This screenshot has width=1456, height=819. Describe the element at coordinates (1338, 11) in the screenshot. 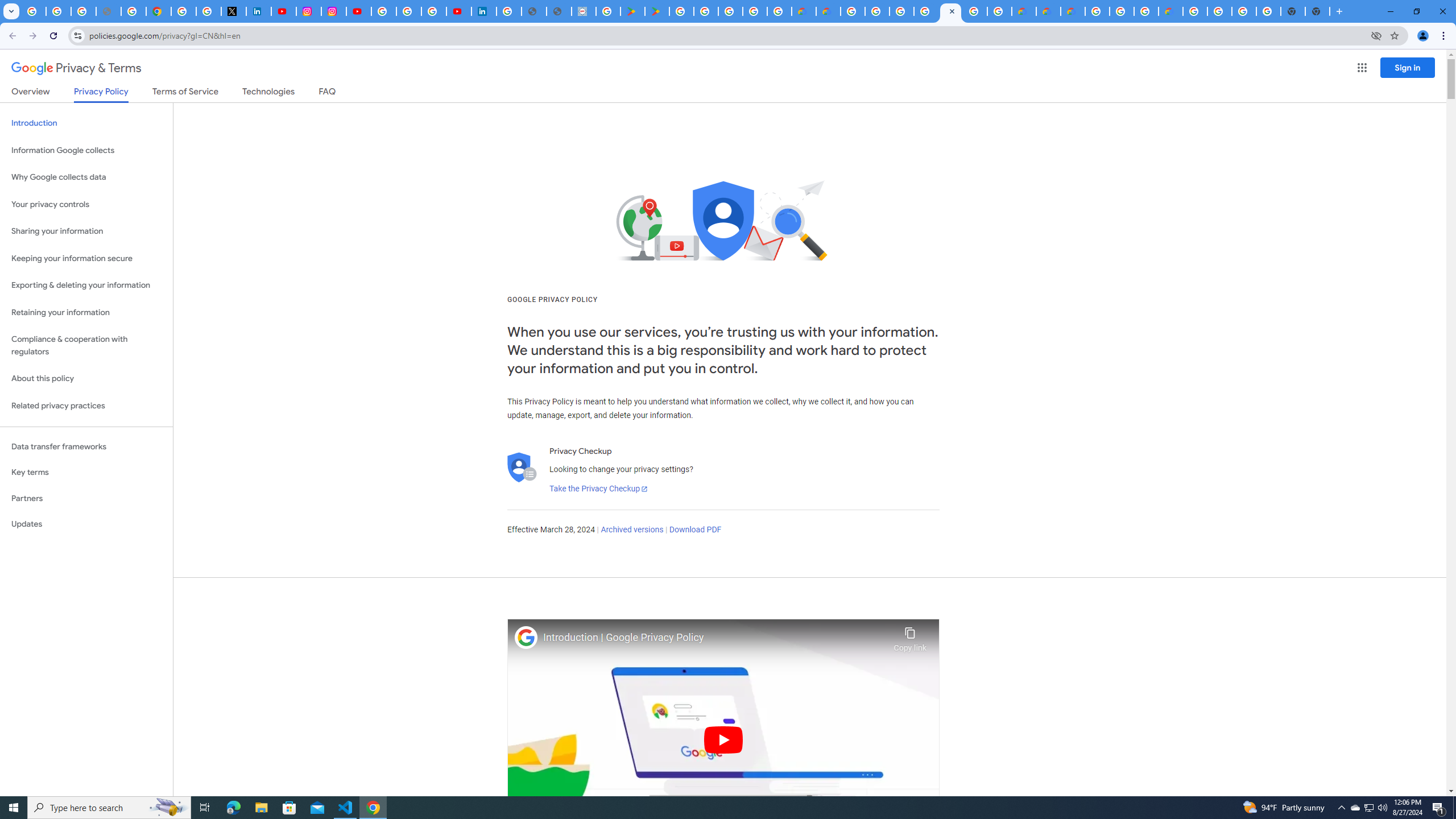

I see `'New Tab'` at that location.